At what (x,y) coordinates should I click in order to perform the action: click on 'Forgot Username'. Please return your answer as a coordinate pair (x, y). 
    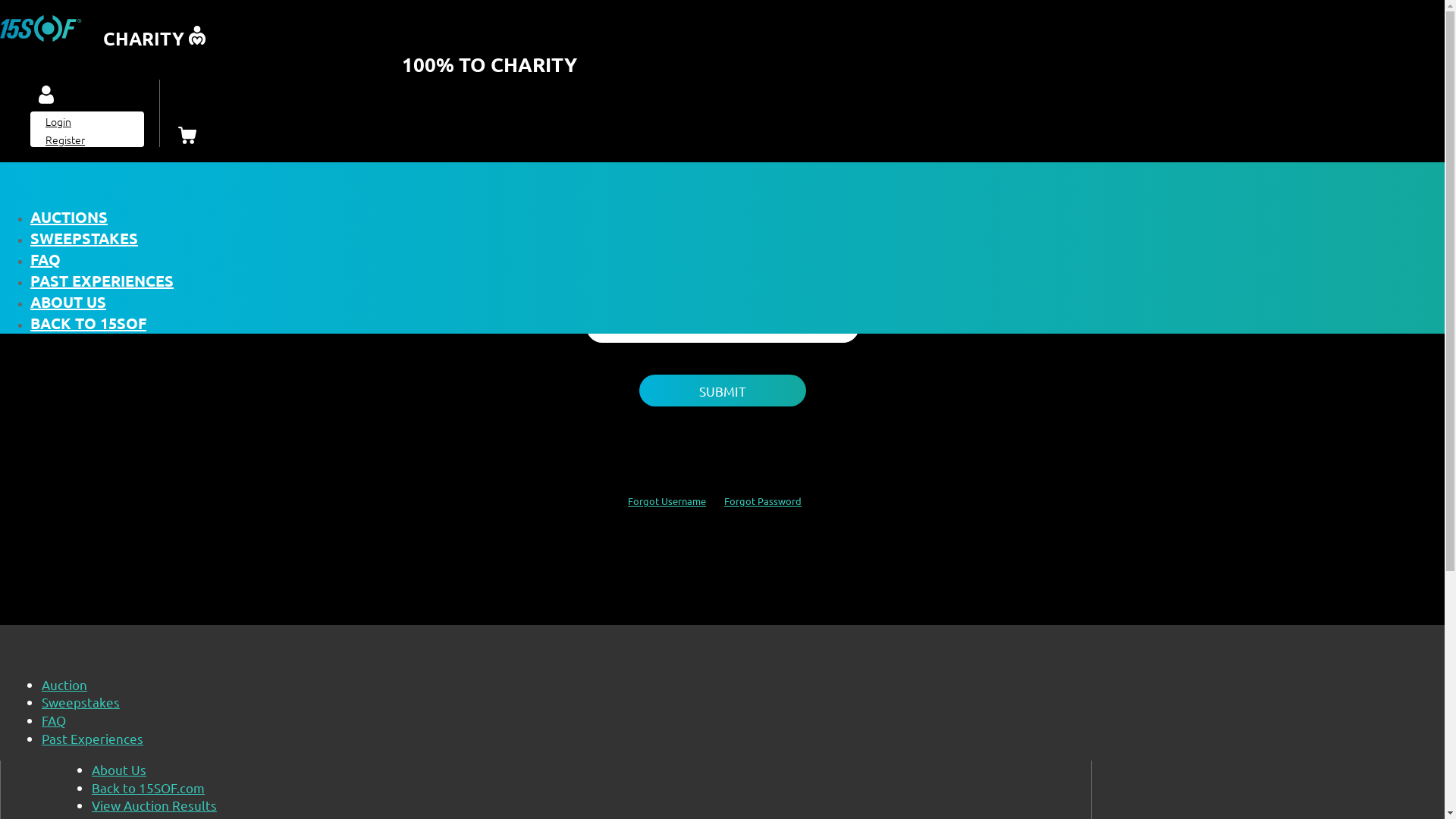
    Looking at the image, I should click on (667, 500).